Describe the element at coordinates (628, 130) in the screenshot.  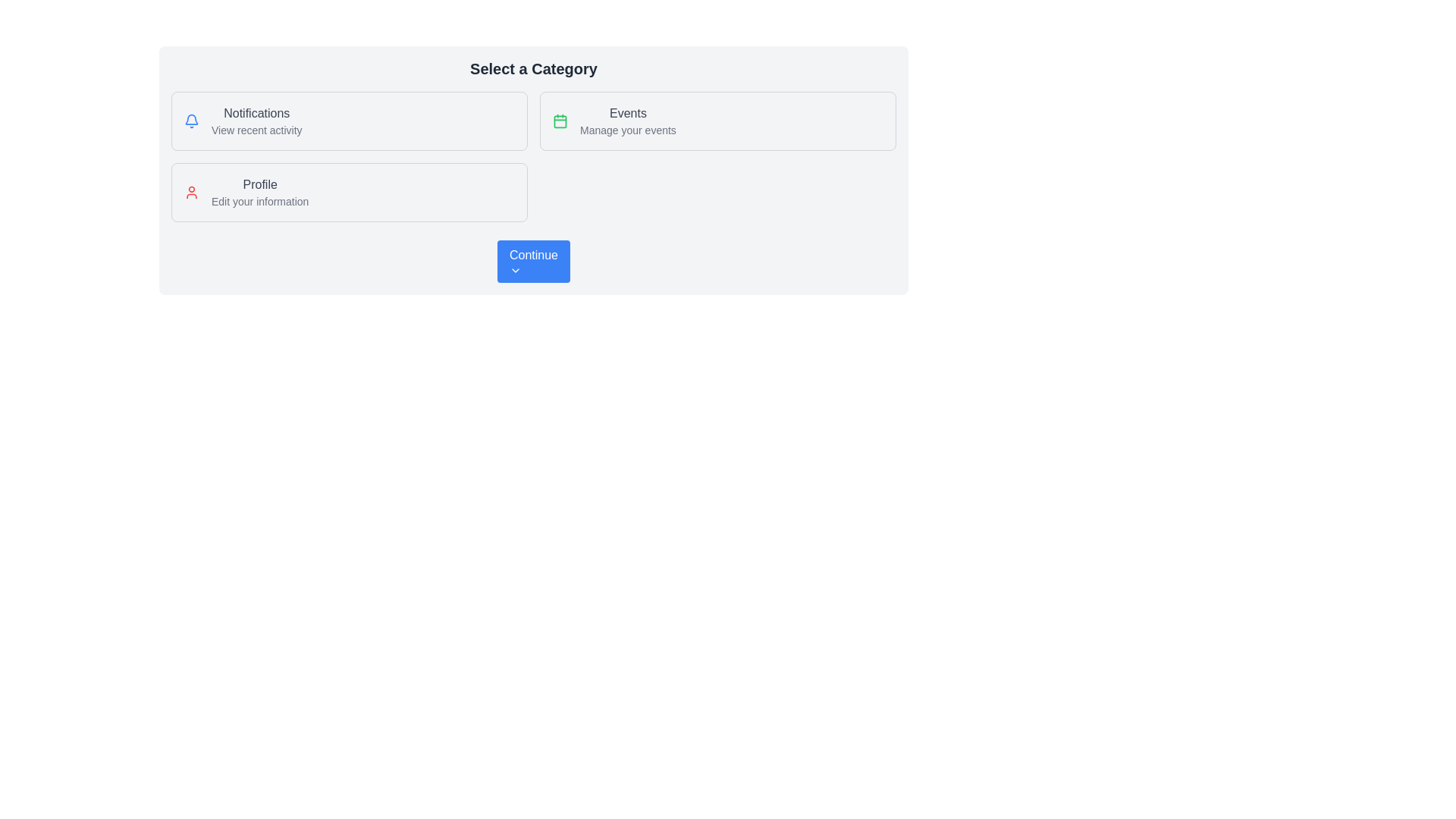
I see `the static text element that reads 'Manage your events', which is styled in a smaller gray font and serves as a subordinate subtitle to the 'Events' title in the right-hand card of the interface` at that location.